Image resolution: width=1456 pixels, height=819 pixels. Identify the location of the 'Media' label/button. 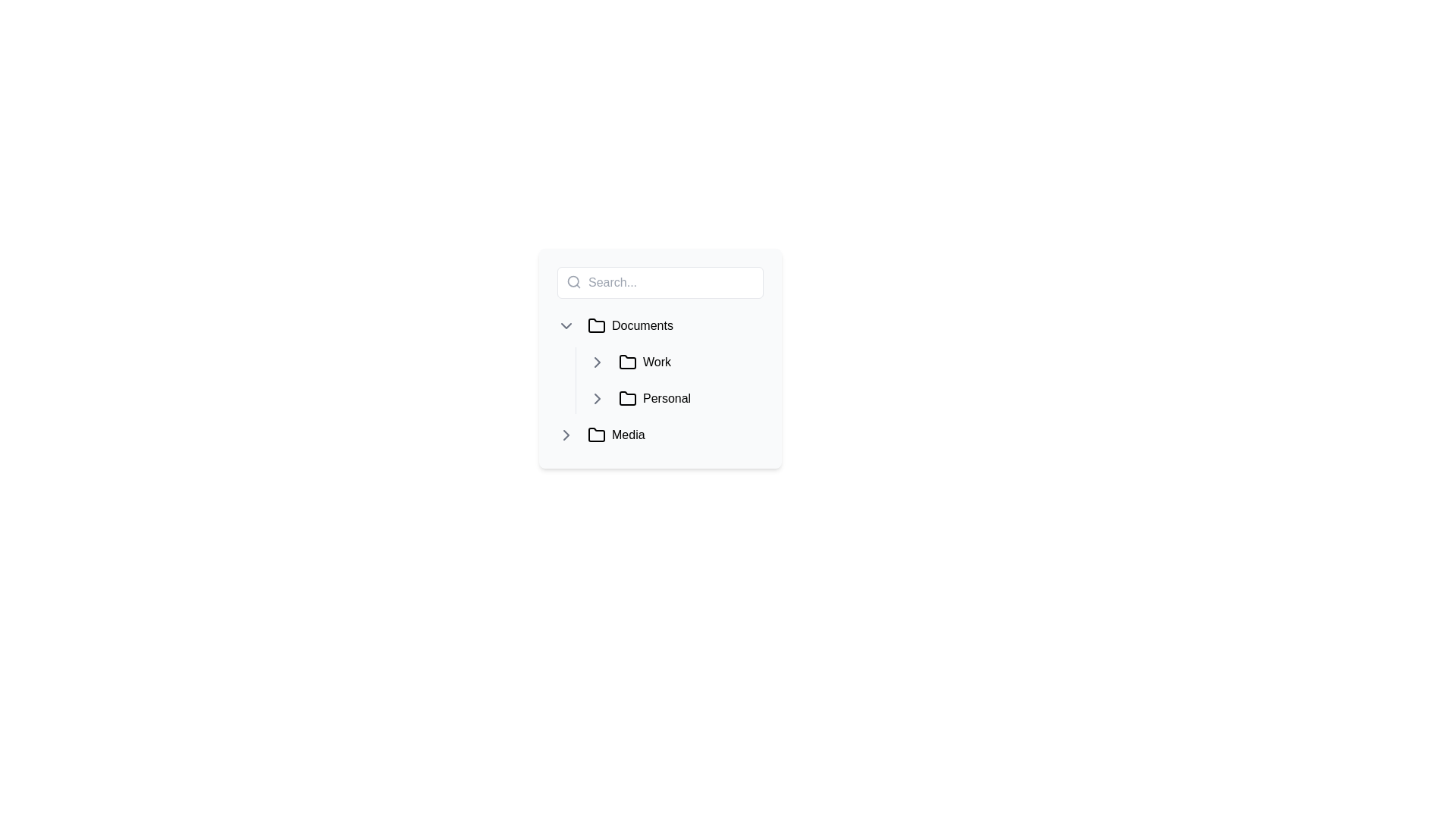
(628, 435).